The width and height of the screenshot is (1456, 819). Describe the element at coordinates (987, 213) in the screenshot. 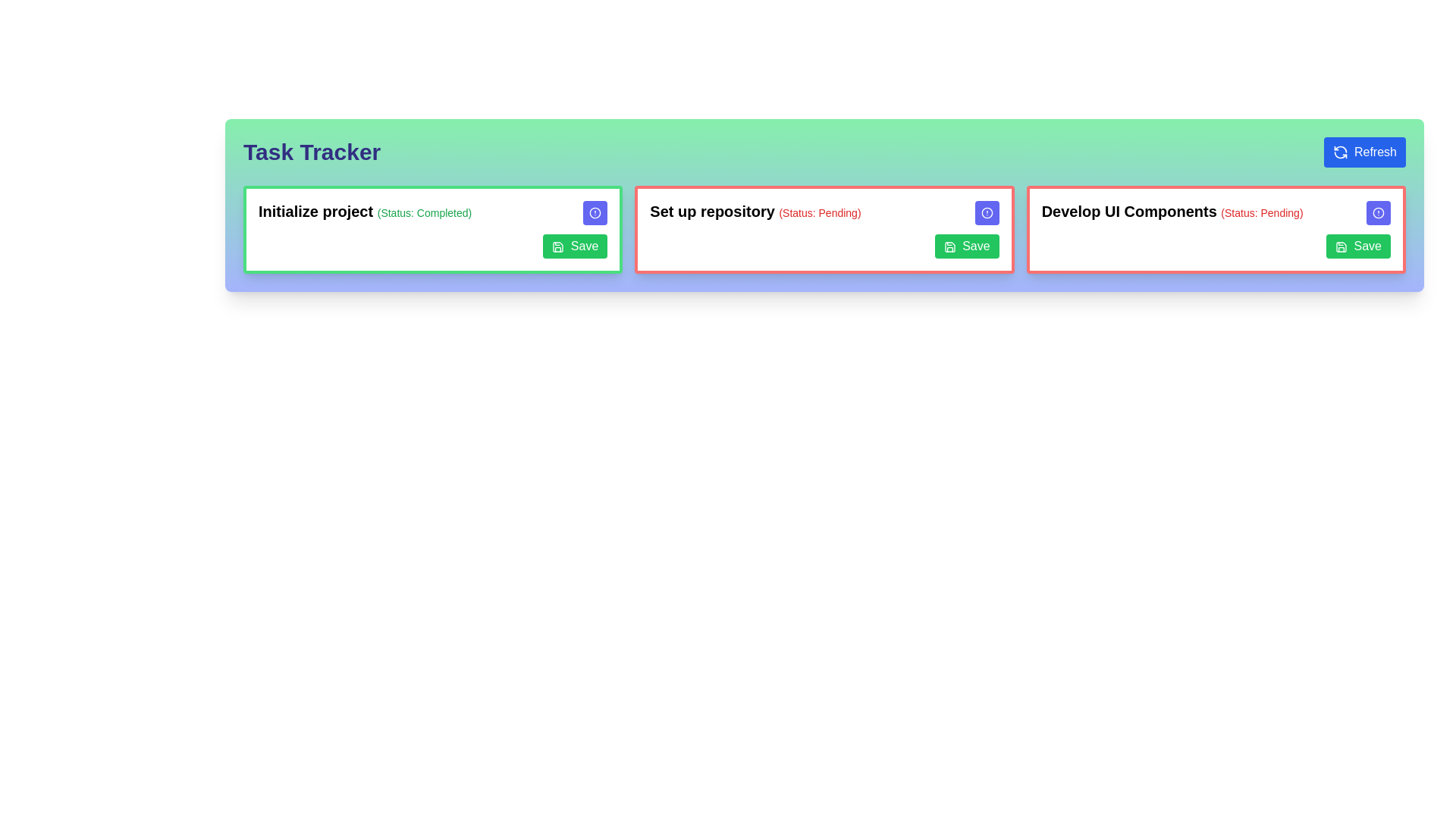

I see `the icon button with an alert symbol, which is a circular button with a blue background and a white border, located at the far-right corner of the 'Set up repository' task card` at that location.